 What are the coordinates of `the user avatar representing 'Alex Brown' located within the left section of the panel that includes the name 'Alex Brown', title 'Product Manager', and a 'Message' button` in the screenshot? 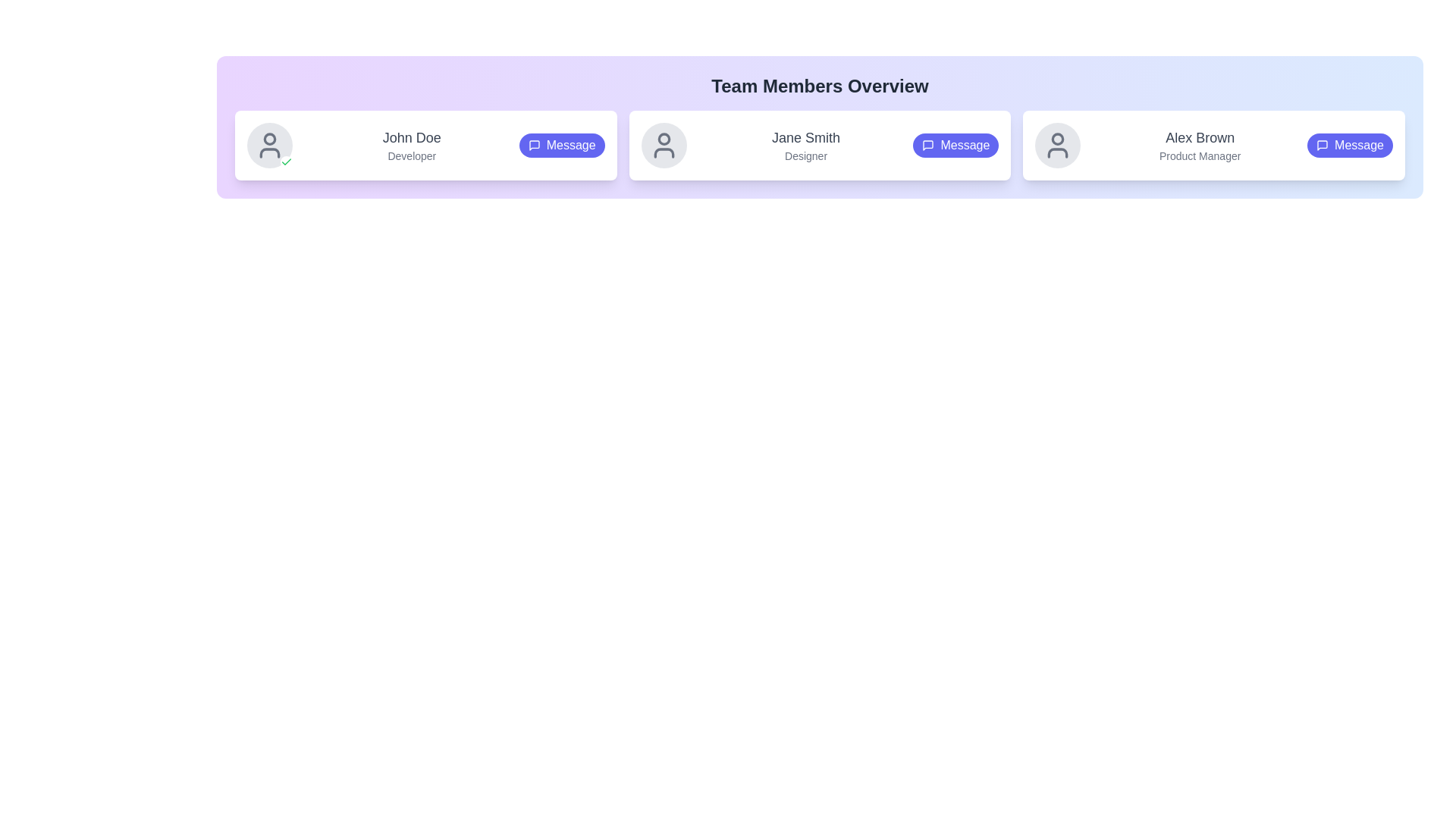 It's located at (1057, 146).